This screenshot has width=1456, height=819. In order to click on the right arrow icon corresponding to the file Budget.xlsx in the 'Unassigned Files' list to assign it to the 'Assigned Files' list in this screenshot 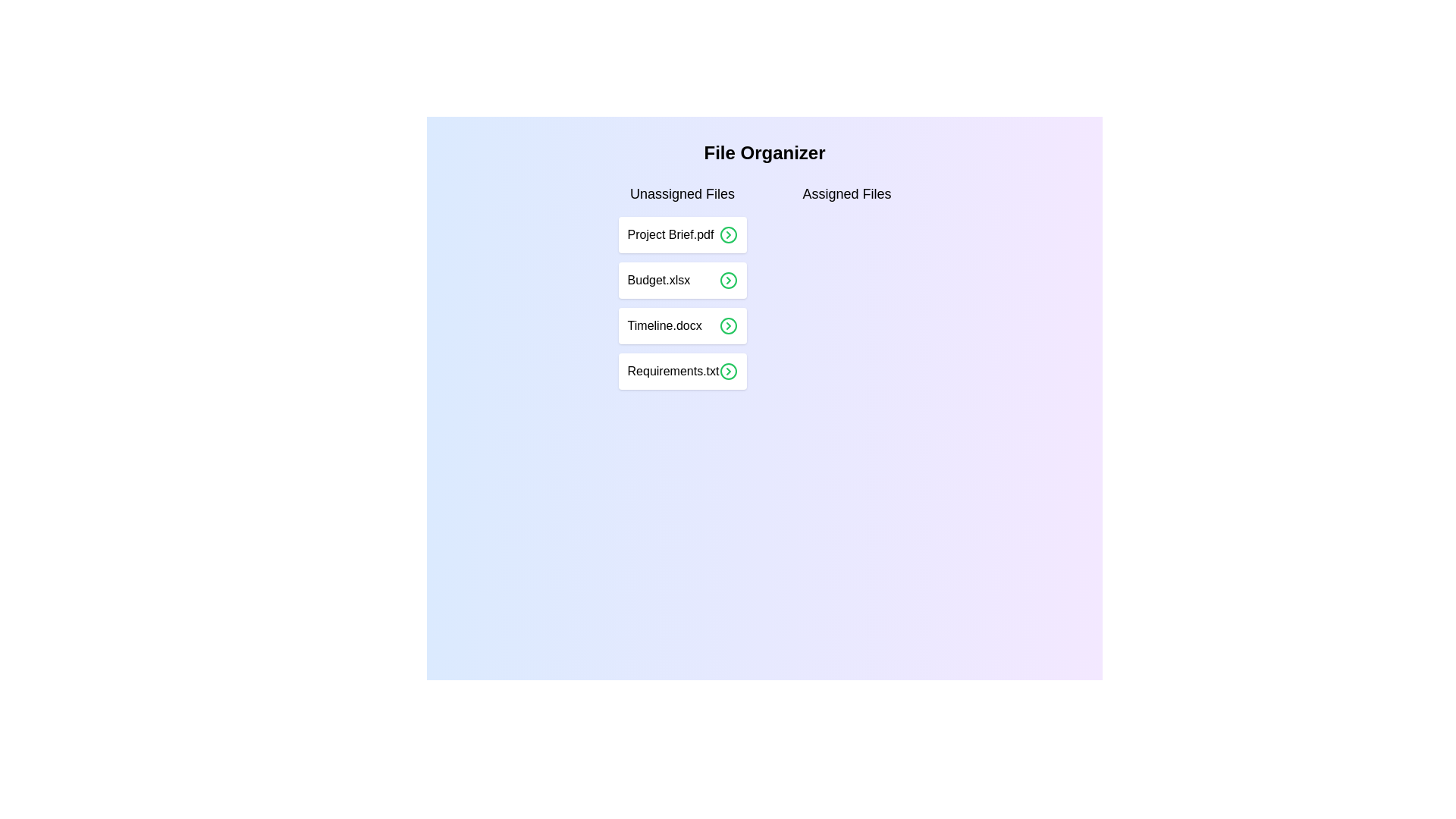, I will do `click(728, 281)`.